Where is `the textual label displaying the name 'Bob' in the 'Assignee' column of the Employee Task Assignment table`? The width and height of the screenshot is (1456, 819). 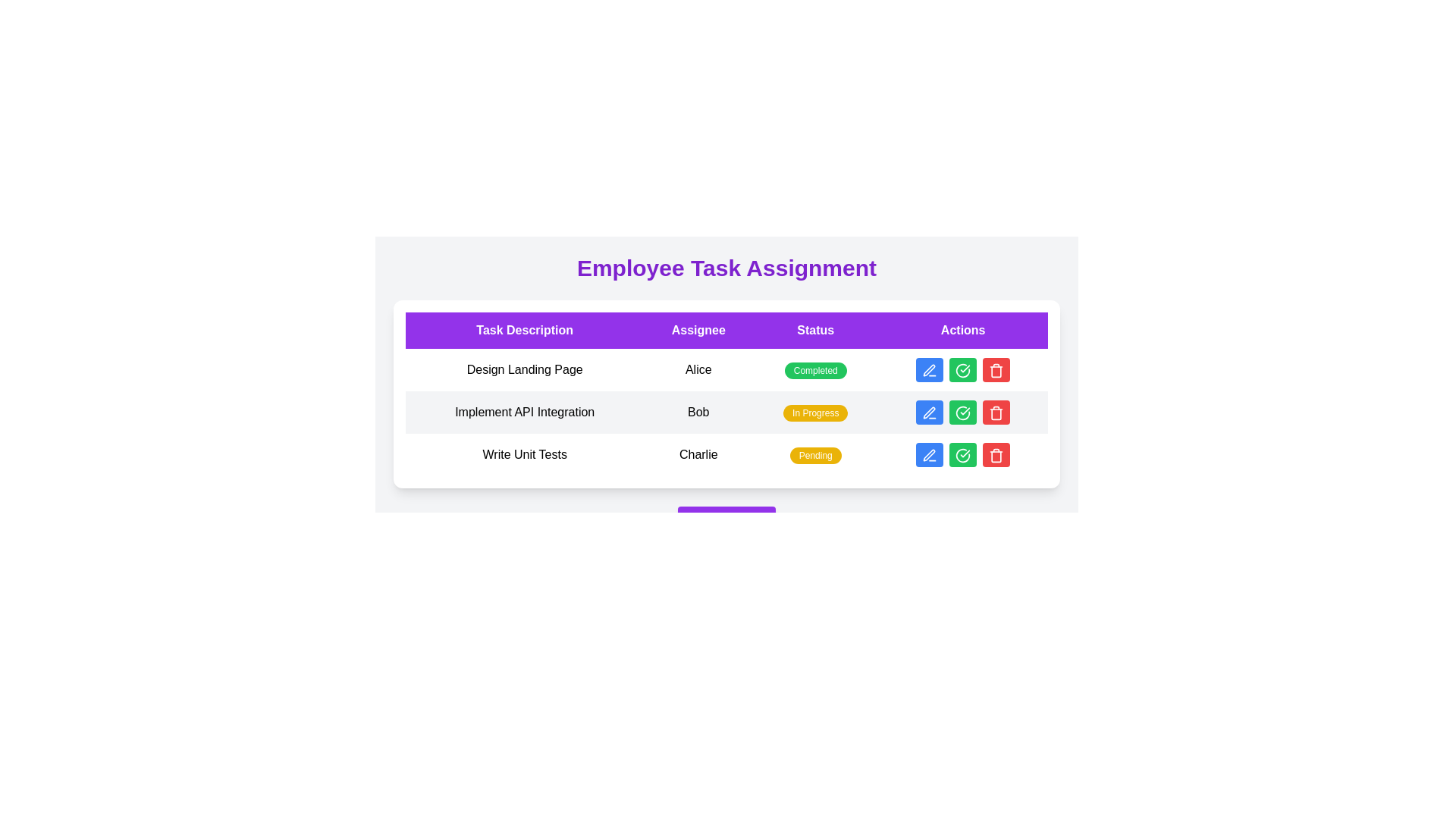 the textual label displaying the name 'Bob' in the 'Assignee' column of the Employee Task Assignment table is located at coordinates (698, 412).